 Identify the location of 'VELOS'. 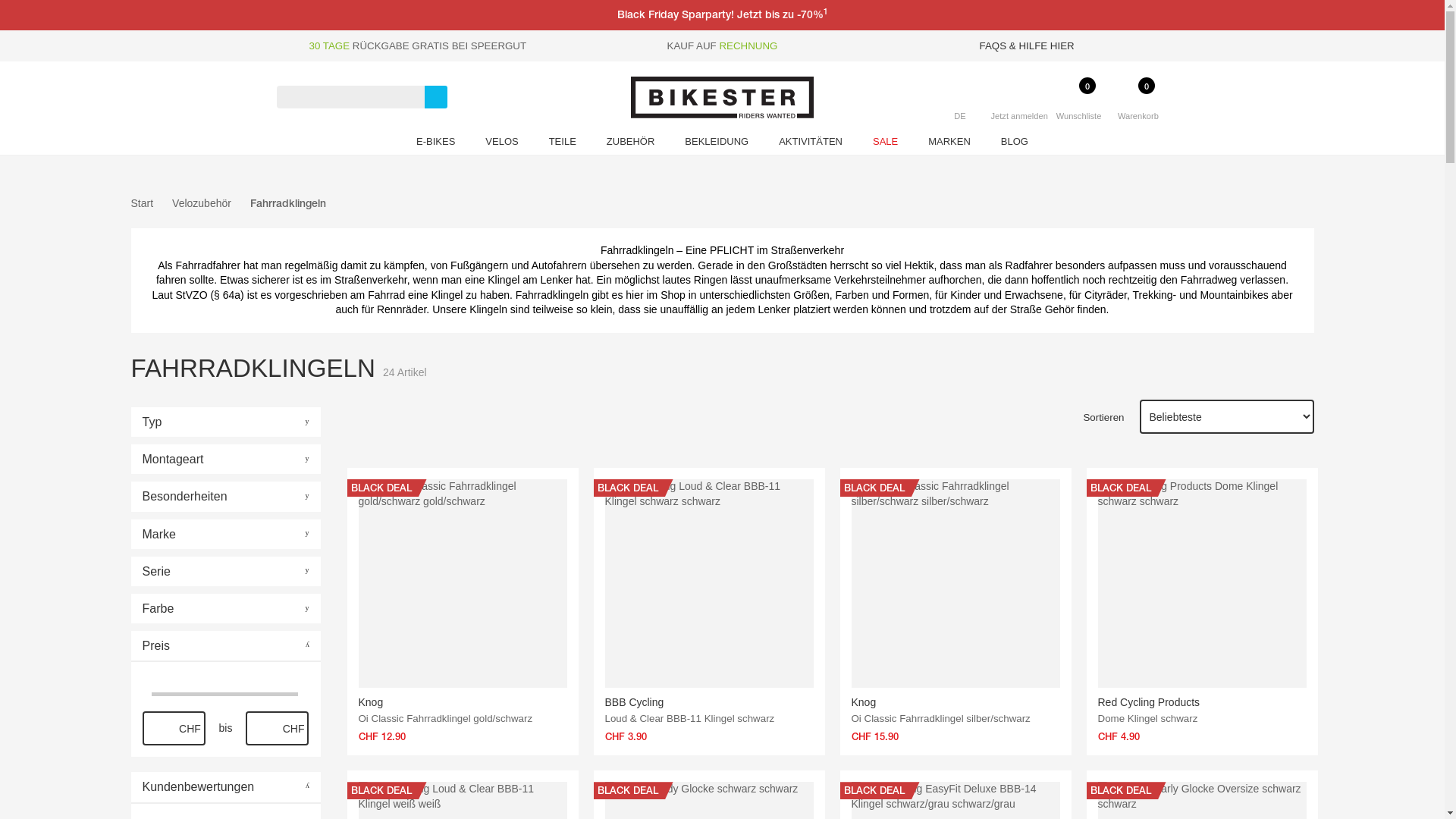
(501, 143).